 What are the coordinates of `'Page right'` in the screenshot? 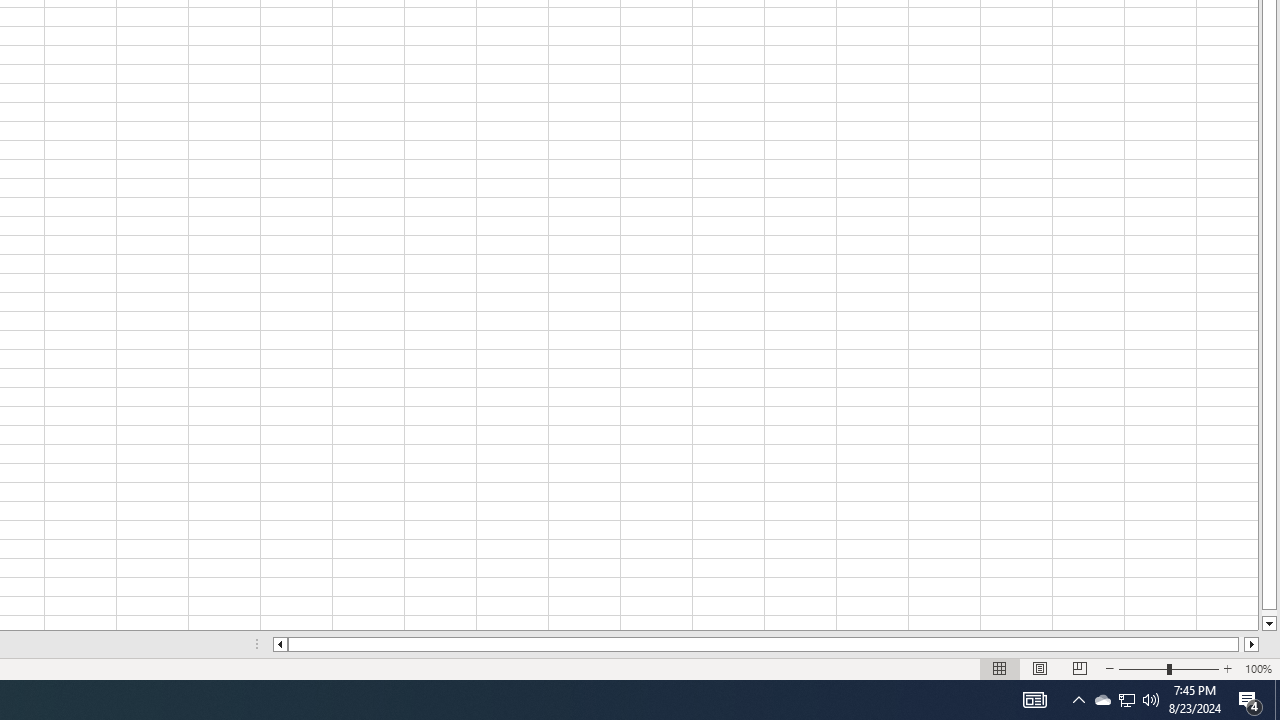 It's located at (1240, 644).